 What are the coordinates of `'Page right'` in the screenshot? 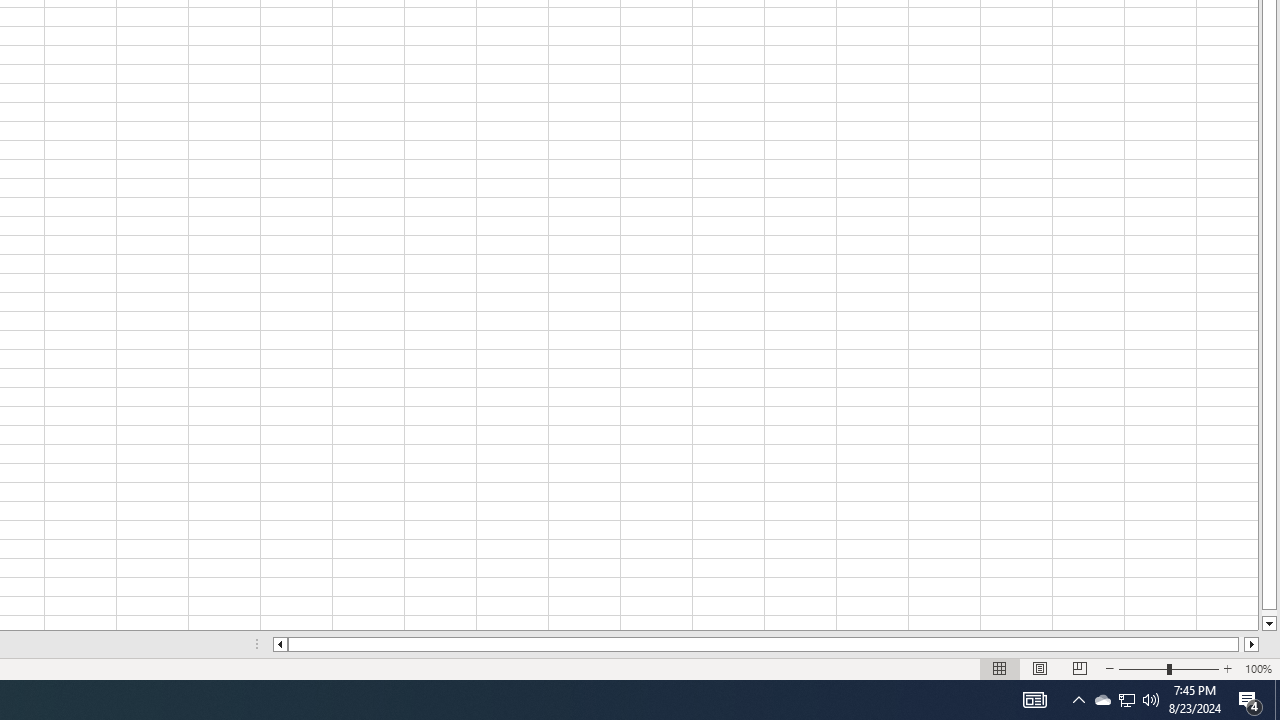 It's located at (1240, 644).